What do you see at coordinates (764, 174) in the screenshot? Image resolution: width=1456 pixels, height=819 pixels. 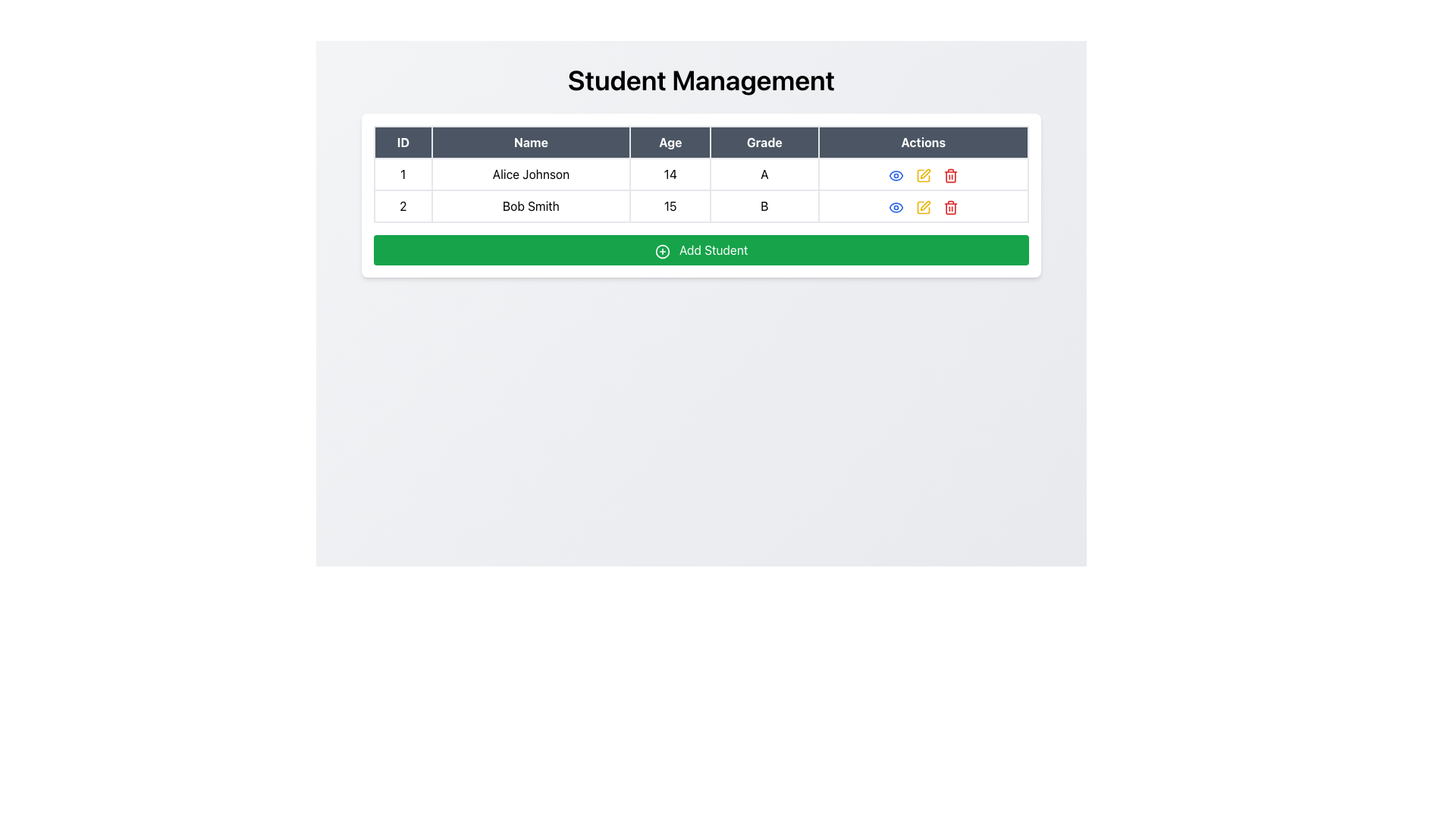 I see `the table cell displaying the grade of the student 'Alice Johnson', which is located in the first row under the 'Grade' column` at bounding box center [764, 174].